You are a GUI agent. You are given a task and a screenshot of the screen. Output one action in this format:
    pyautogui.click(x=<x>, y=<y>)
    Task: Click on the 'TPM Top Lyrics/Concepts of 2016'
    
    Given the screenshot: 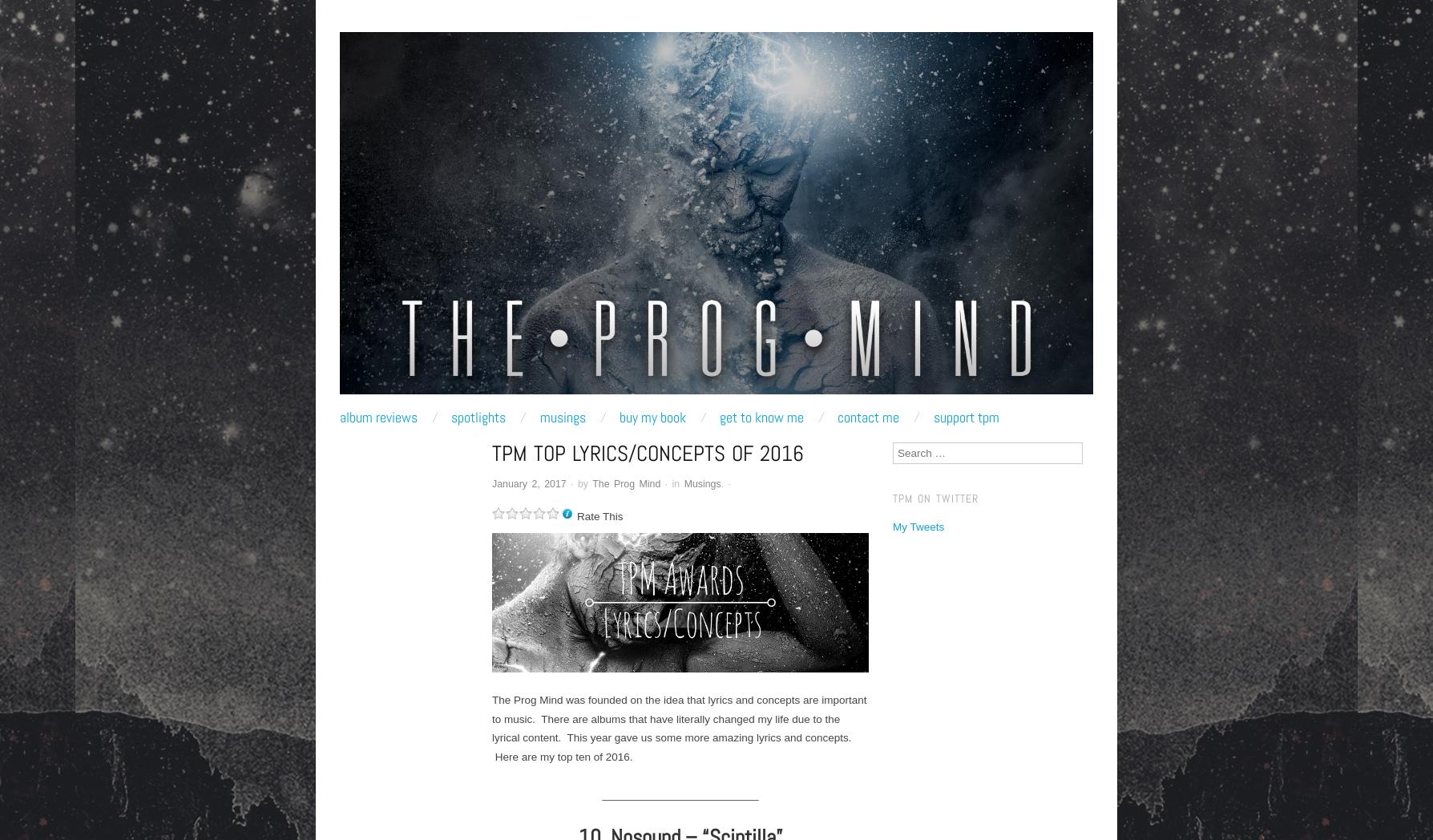 What is the action you would take?
    pyautogui.click(x=647, y=451)
    